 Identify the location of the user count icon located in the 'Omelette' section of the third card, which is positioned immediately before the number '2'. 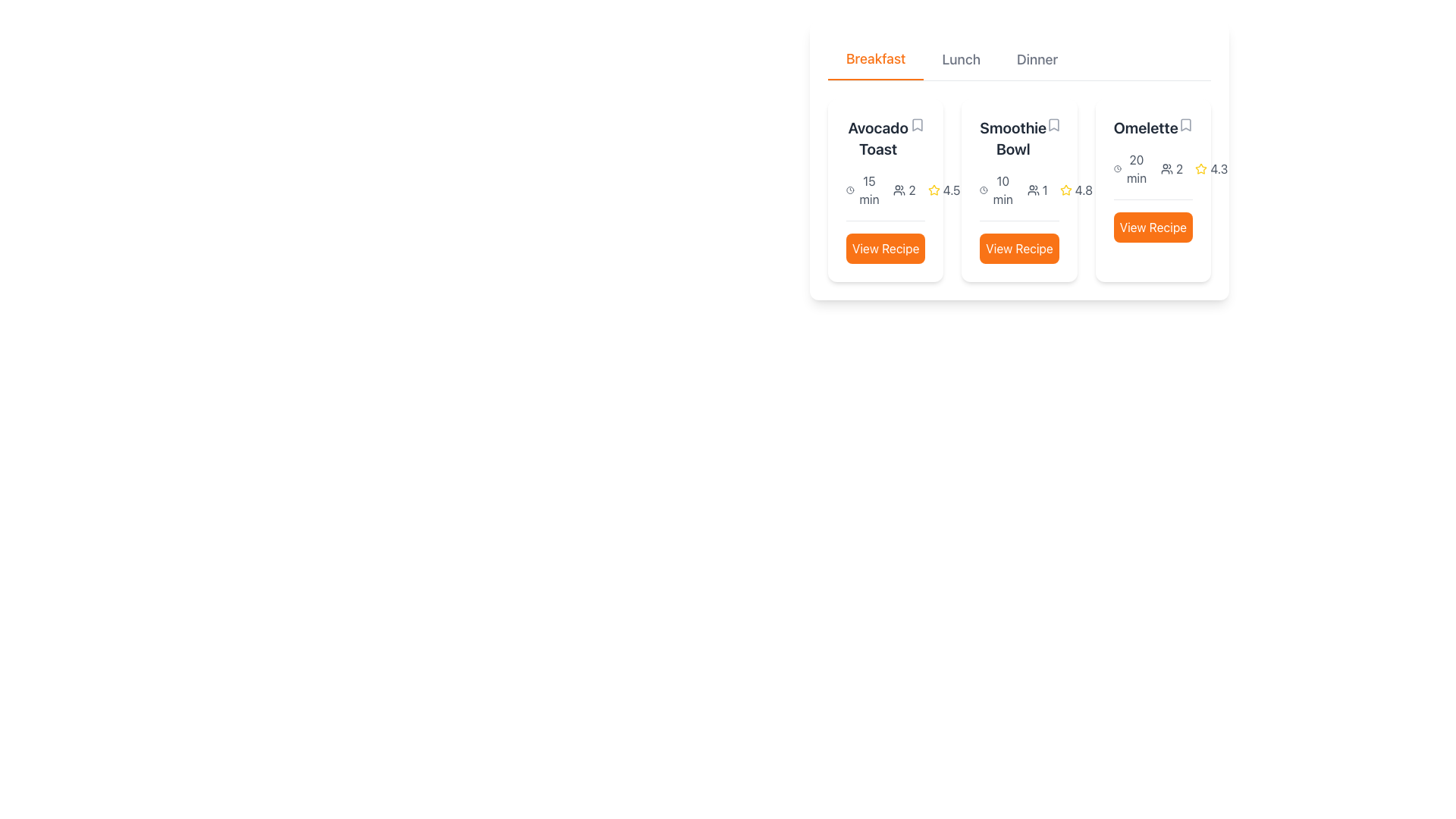
(1165, 169).